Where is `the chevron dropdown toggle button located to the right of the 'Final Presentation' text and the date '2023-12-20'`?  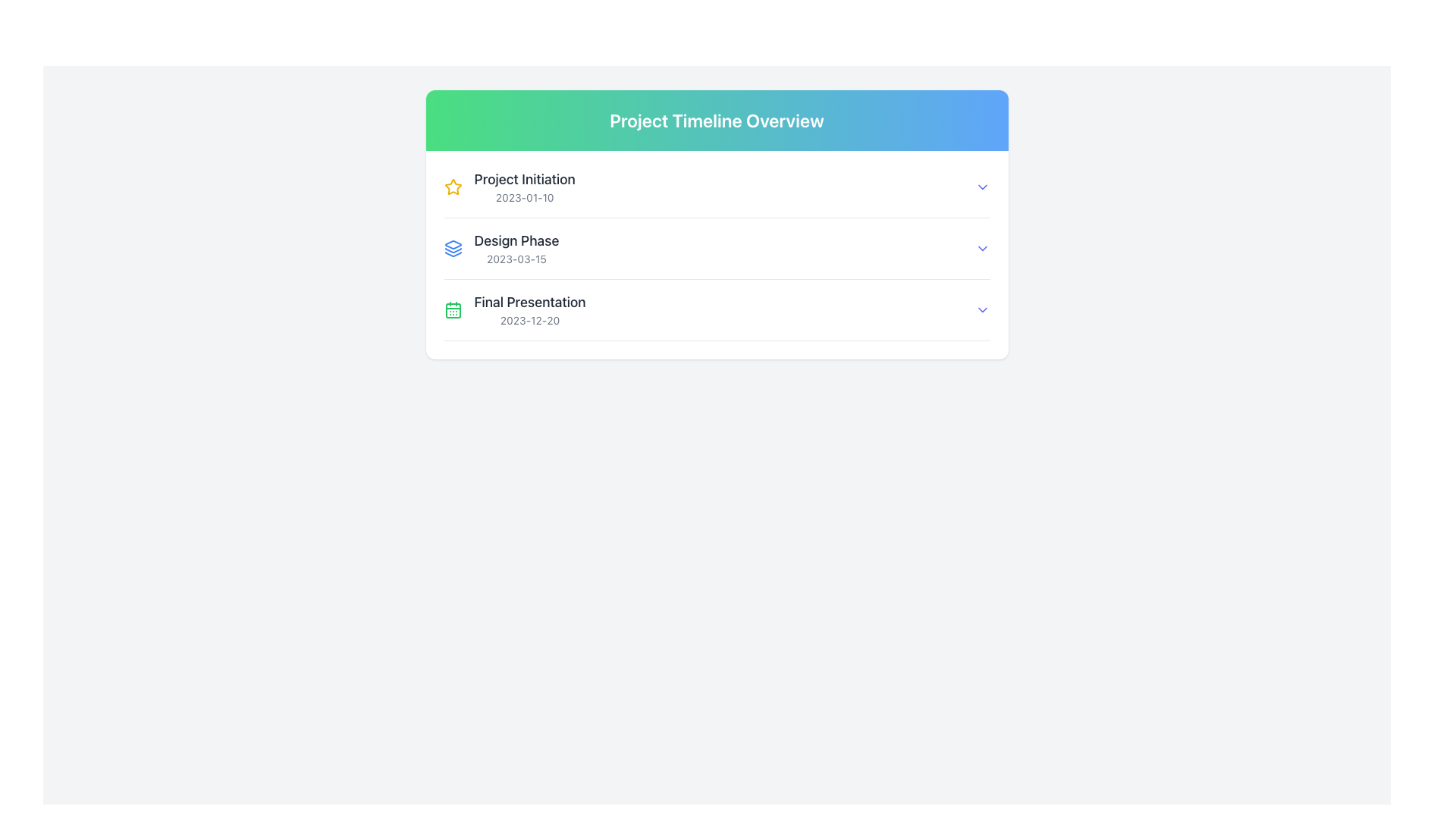
the chevron dropdown toggle button located to the right of the 'Final Presentation' text and the date '2023-12-20' is located at coordinates (982, 309).